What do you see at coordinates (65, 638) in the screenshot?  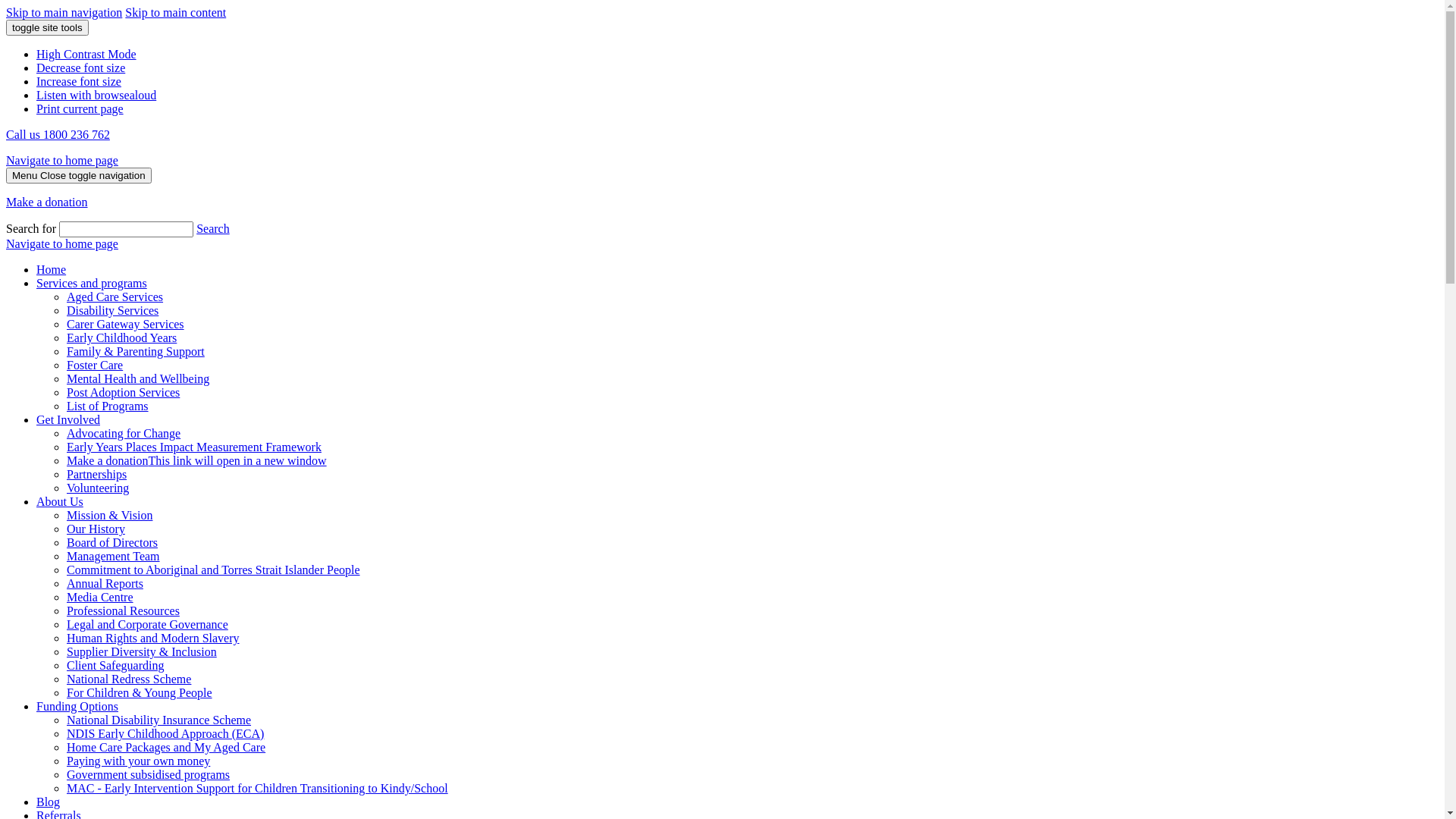 I see `'Human Rights and Modern Slavery'` at bounding box center [65, 638].